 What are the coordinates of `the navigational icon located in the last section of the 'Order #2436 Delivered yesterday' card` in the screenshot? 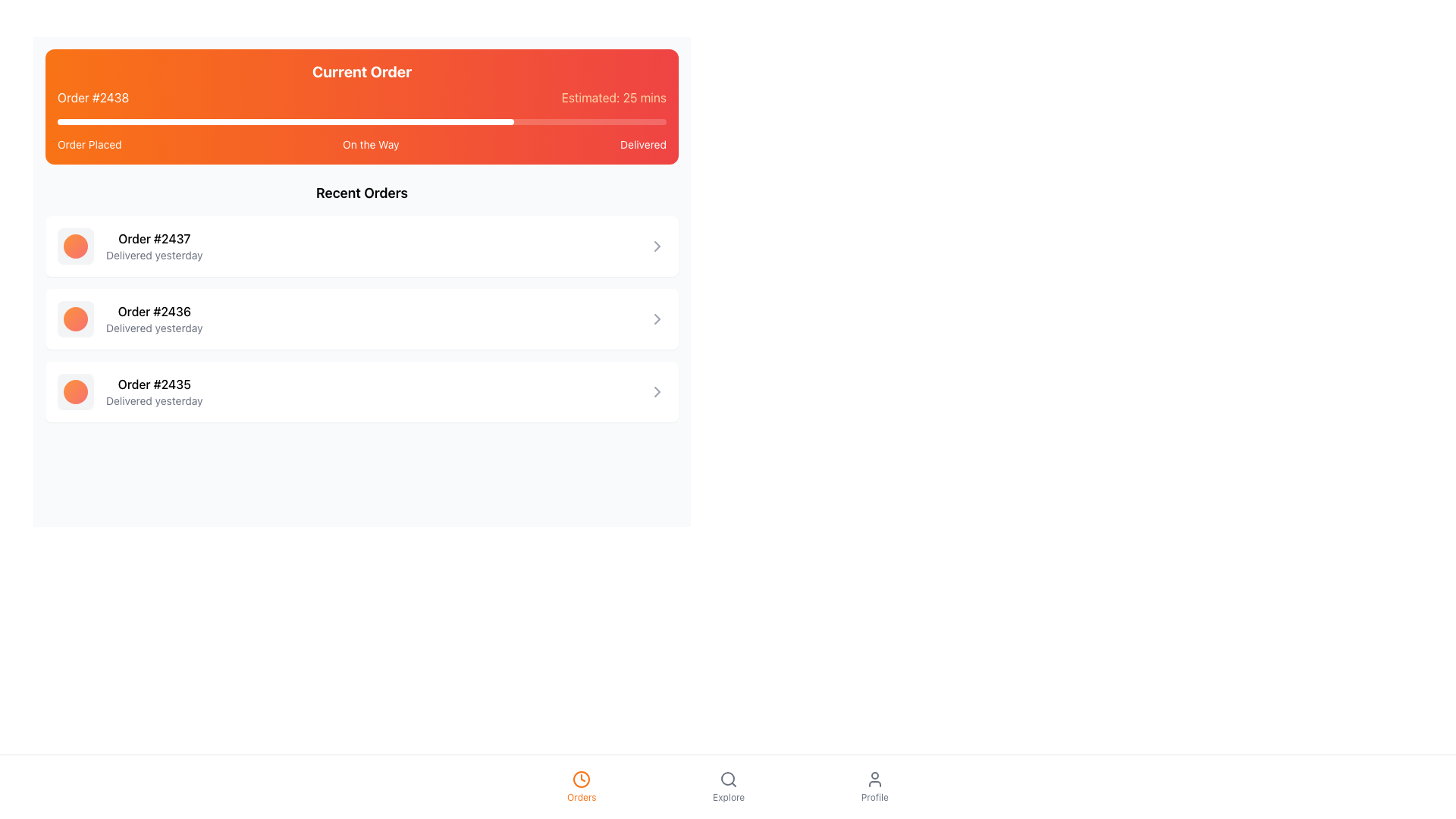 It's located at (657, 318).